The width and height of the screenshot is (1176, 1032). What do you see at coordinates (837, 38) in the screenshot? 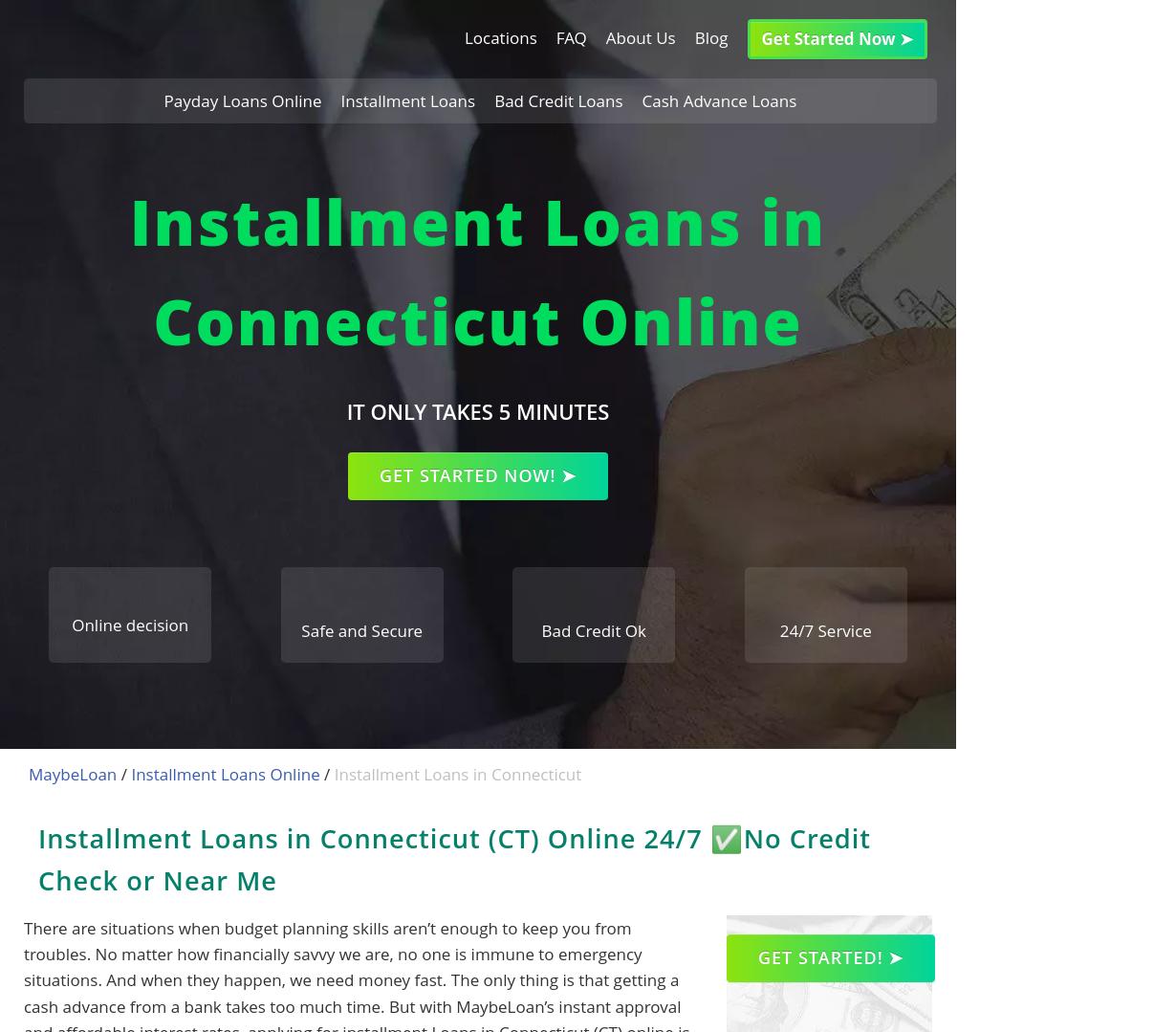
I see `'Get Started Now ➤'` at bounding box center [837, 38].